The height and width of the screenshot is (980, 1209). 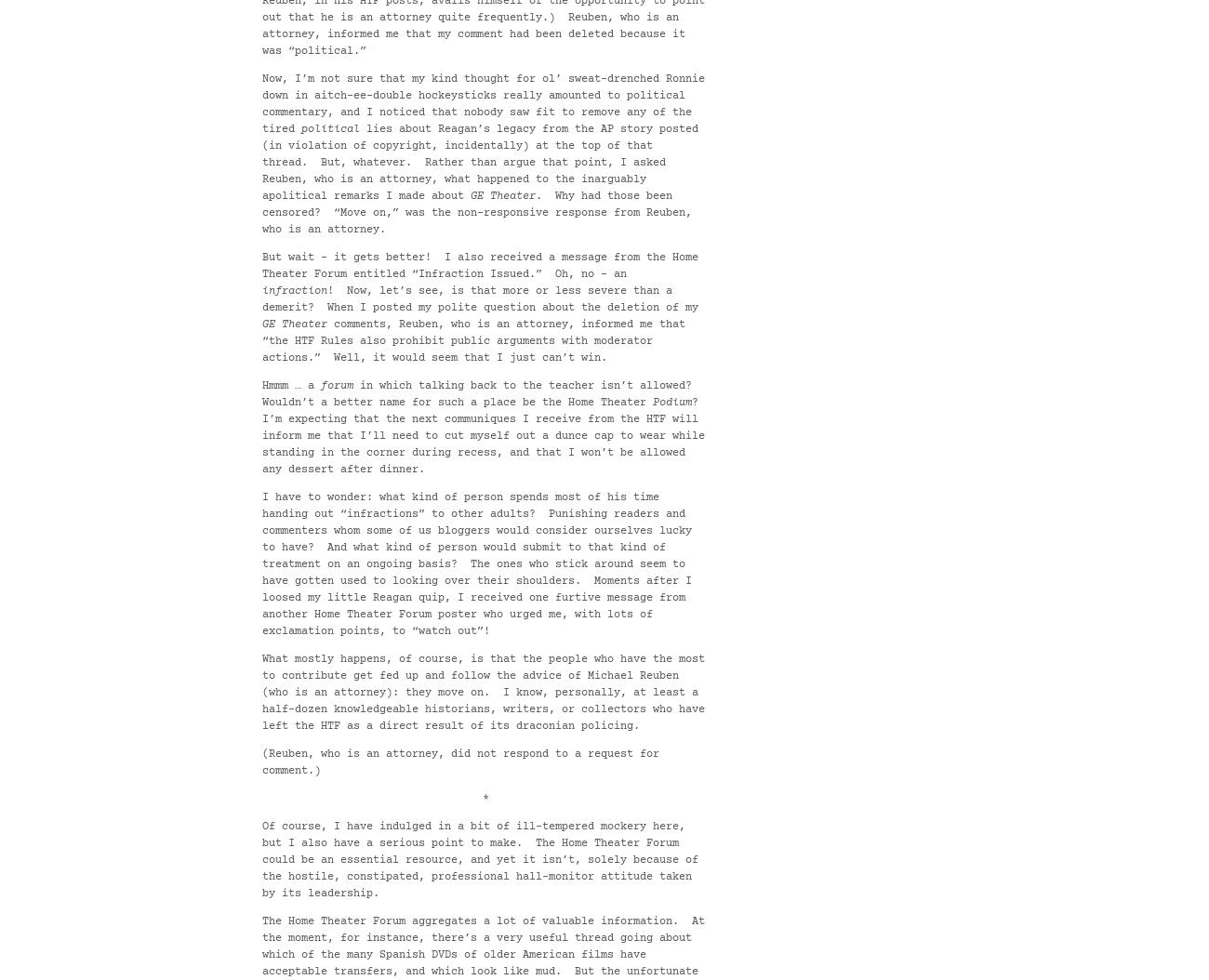 What do you see at coordinates (480, 859) in the screenshot?
I see `'Of course, I have indulged in a bit of ill-tempered mockery here, but I also have a serious point to make.  The Home Theater Forum could be an essential resource, and yet it isn’t, solely because of the hostile, constipated, professional hall-monitor attitude taken by its leadership.'` at bounding box center [480, 859].